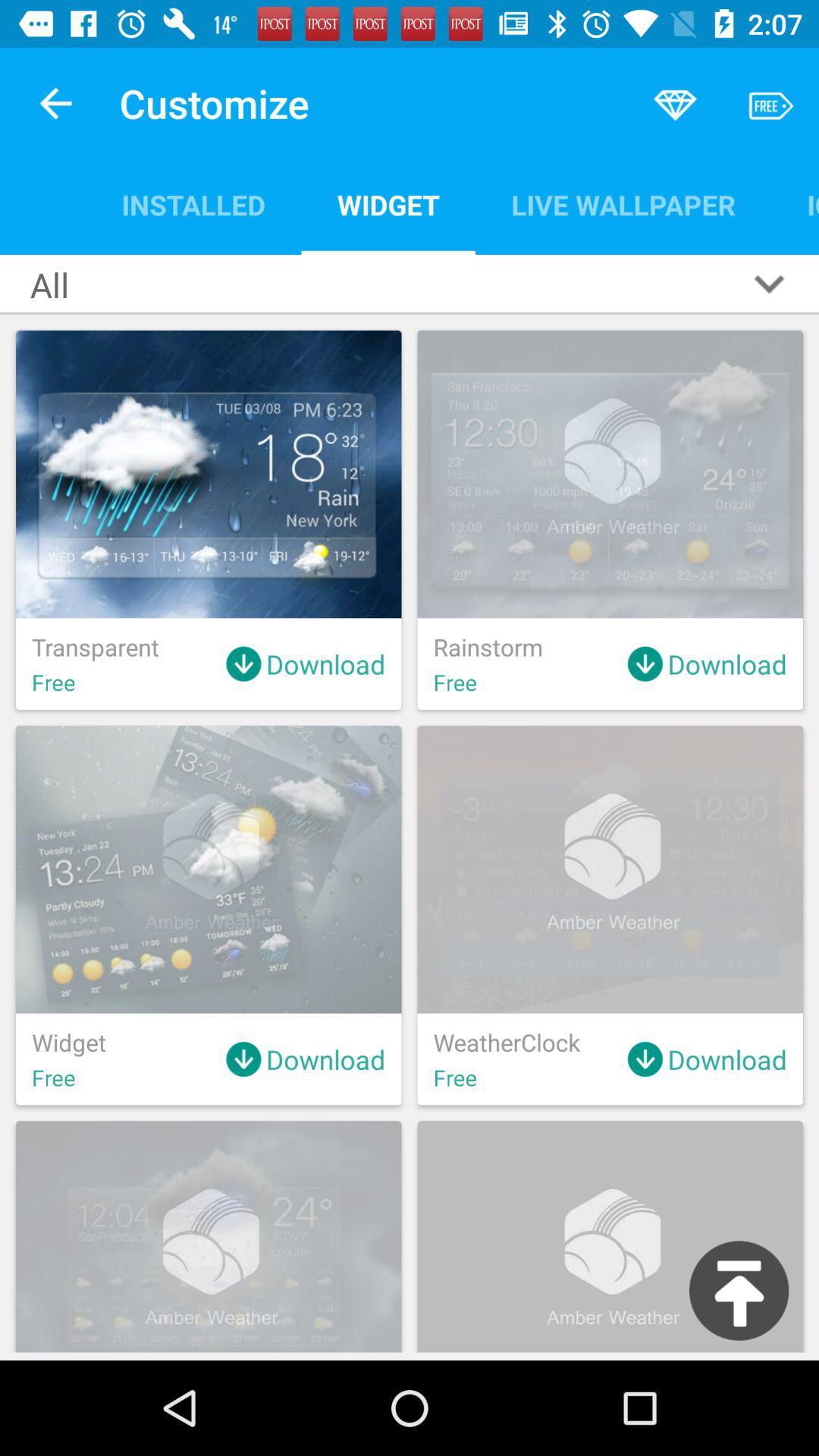  Describe the element at coordinates (55, 102) in the screenshot. I see `the item next to the customize item` at that location.